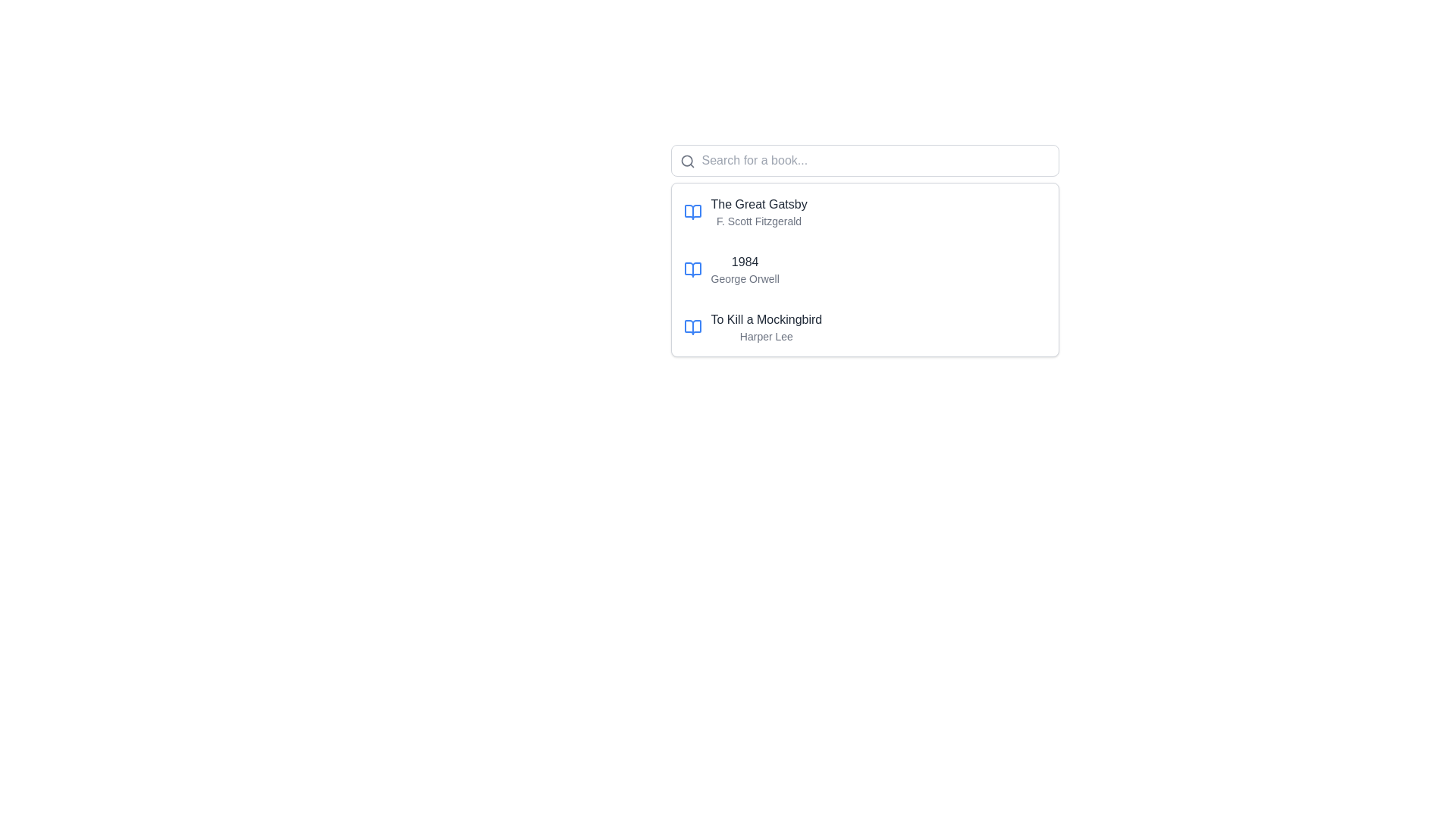 The height and width of the screenshot is (819, 1456). What do you see at coordinates (766, 327) in the screenshot?
I see `the text block containing 'To Kill a Mockingbird' and 'Harper Lee', which is the third list item in a vertical list` at bounding box center [766, 327].